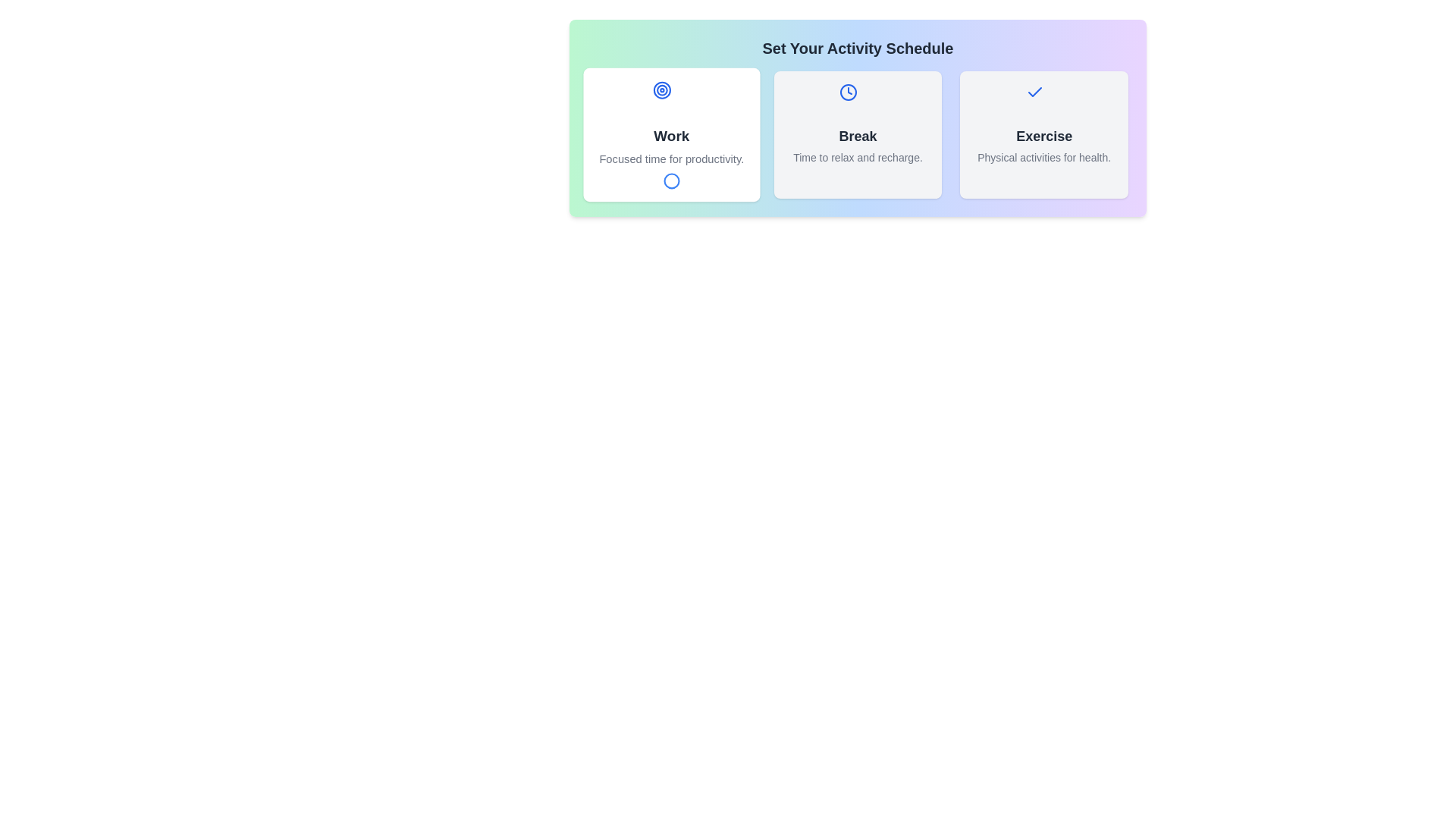 This screenshot has width=1456, height=819. Describe the element at coordinates (670, 180) in the screenshot. I see `the decorative indicator circle located at the bottom of the 'Work' activity card, beneath the text 'Focused time for productivity.'` at that location.